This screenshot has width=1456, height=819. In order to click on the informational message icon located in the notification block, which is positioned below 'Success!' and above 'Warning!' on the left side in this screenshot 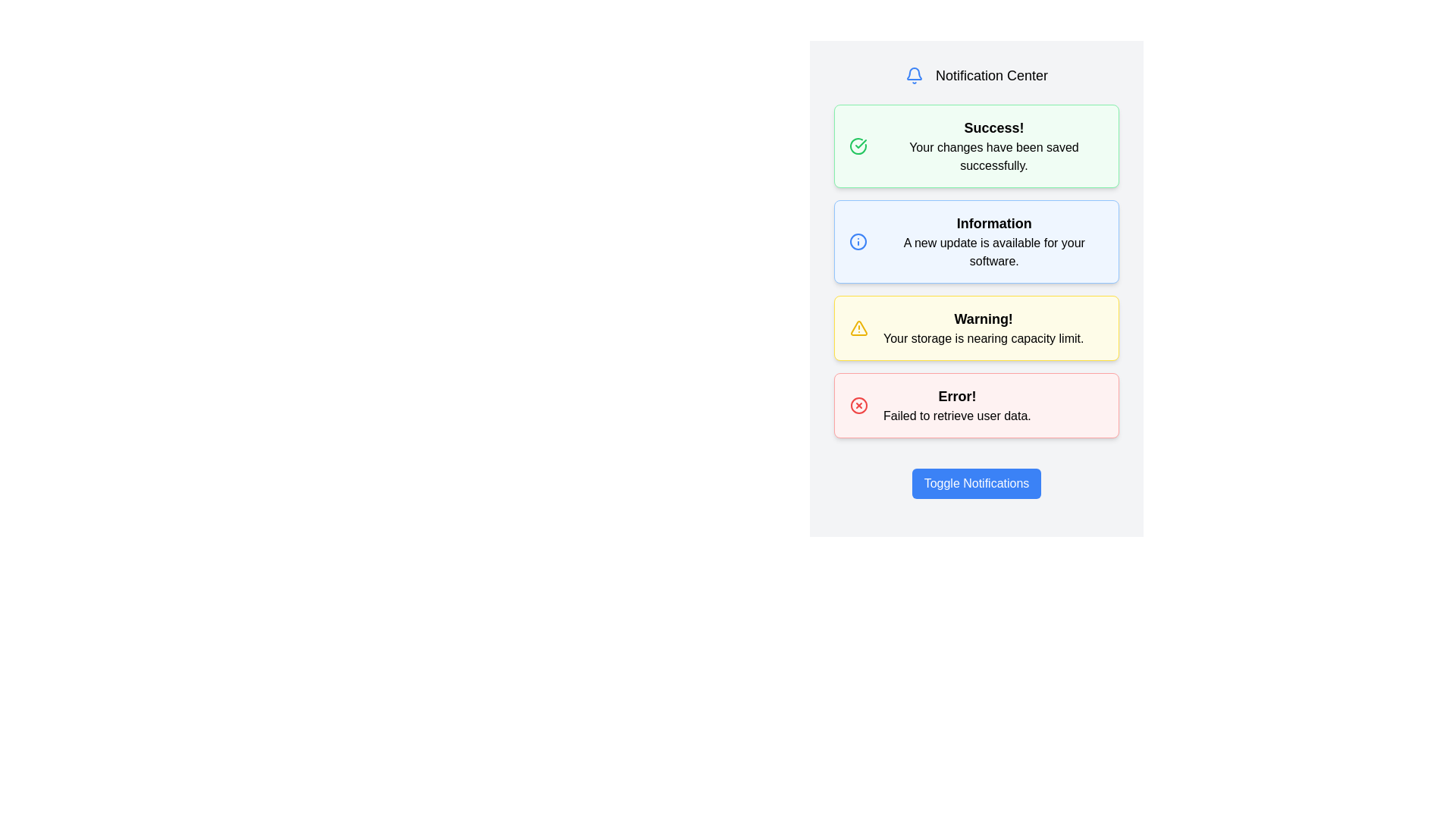, I will do `click(858, 241)`.